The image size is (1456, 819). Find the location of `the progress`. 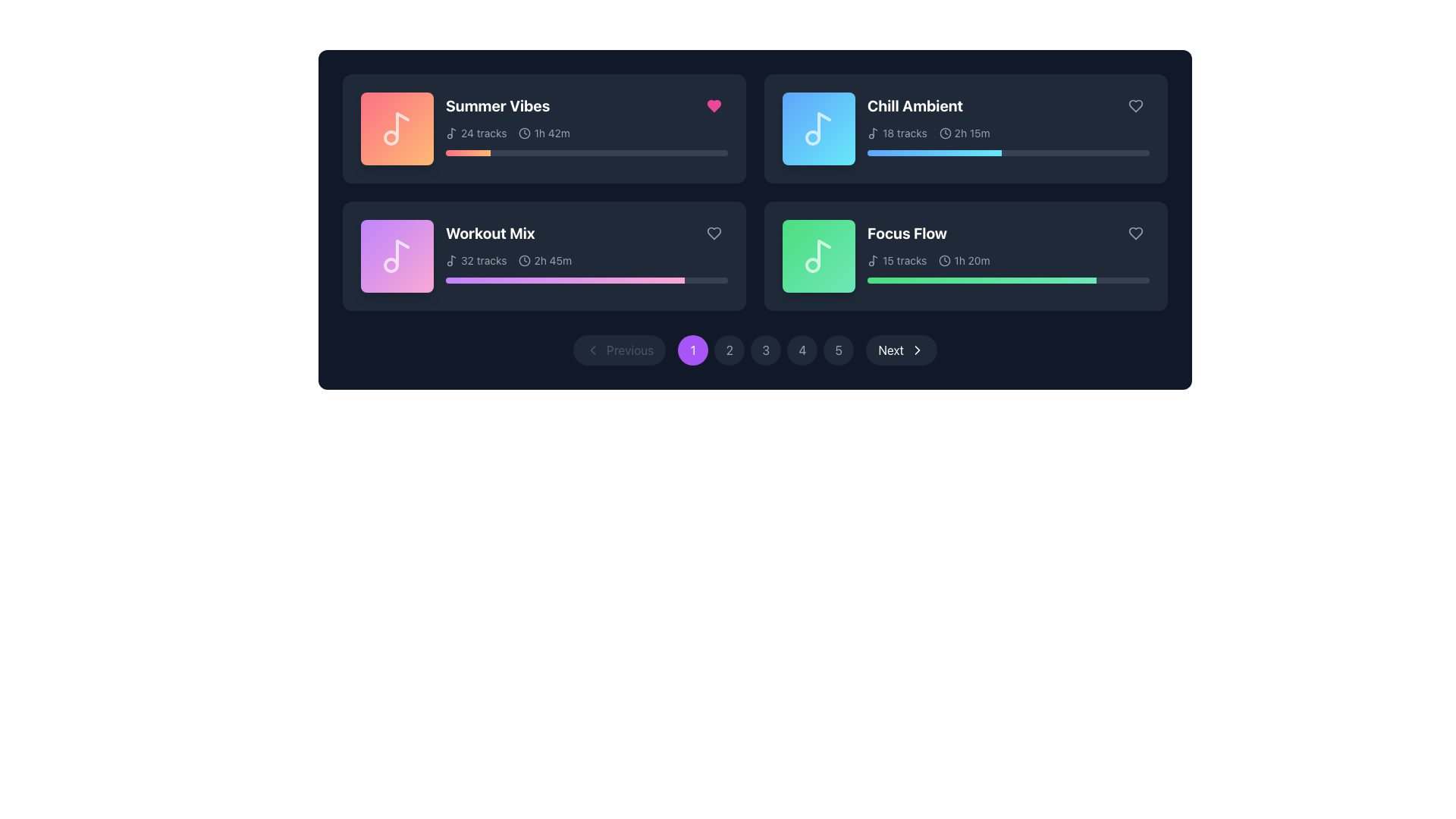

the progress is located at coordinates (459, 152).